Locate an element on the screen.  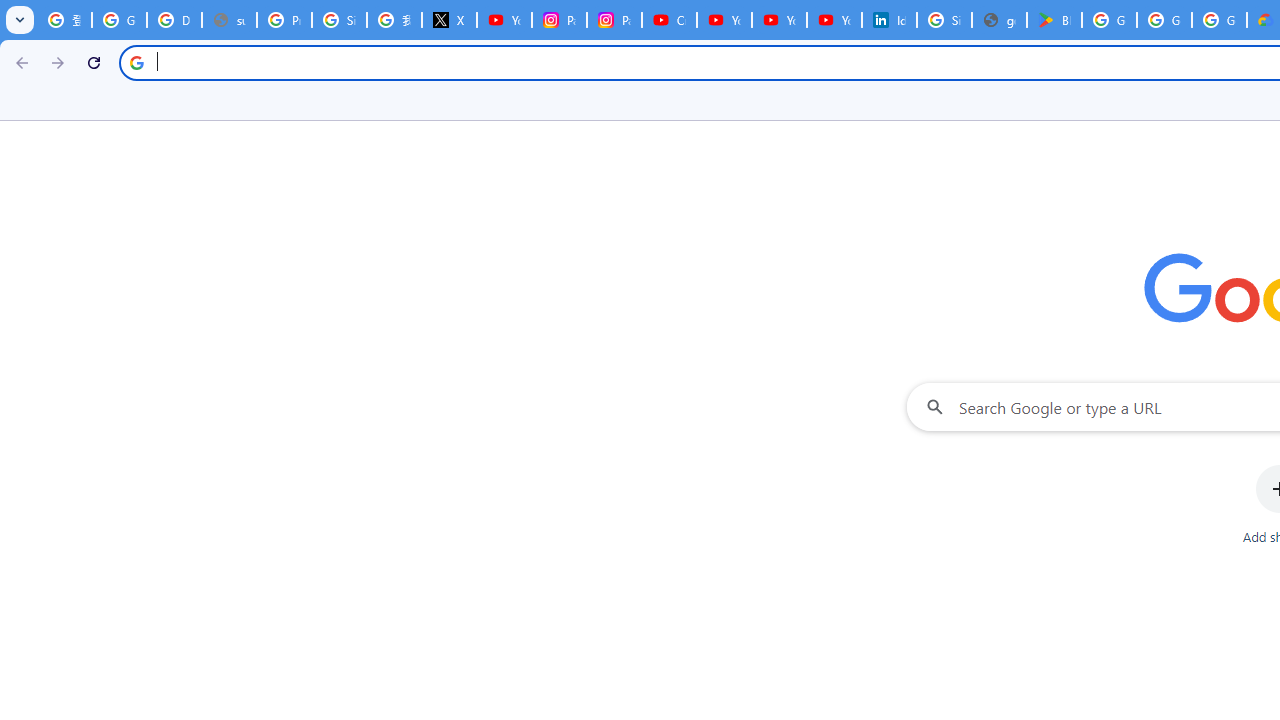
'Privacy Help Center - Policies Help' is located at coordinates (283, 20).